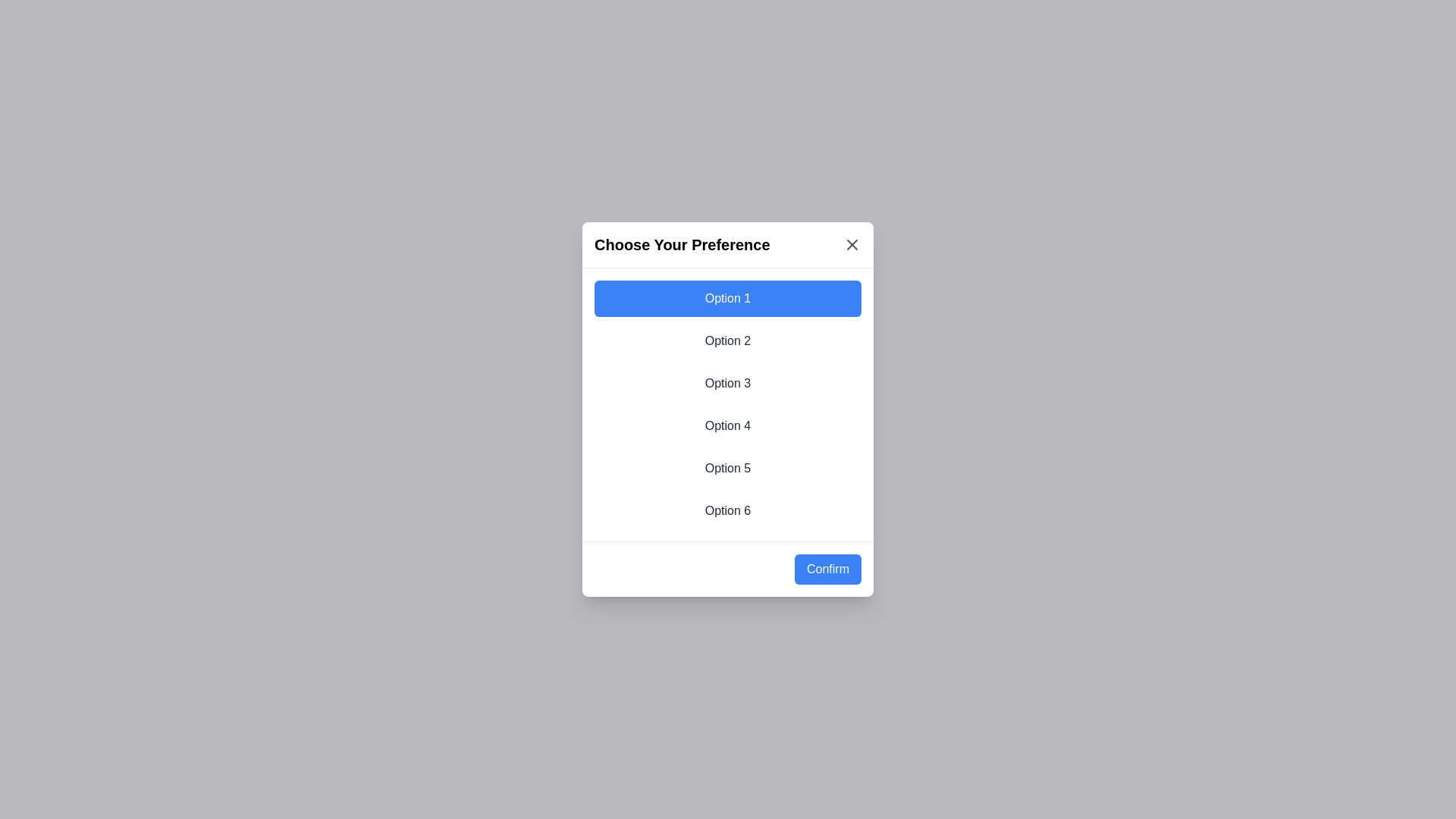 Image resolution: width=1456 pixels, height=819 pixels. What do you see at coordinates (852, 244) in the screenshot?
I see `the close button (X) in the top-right corner of the dialog` at bounding box center [852, 244].